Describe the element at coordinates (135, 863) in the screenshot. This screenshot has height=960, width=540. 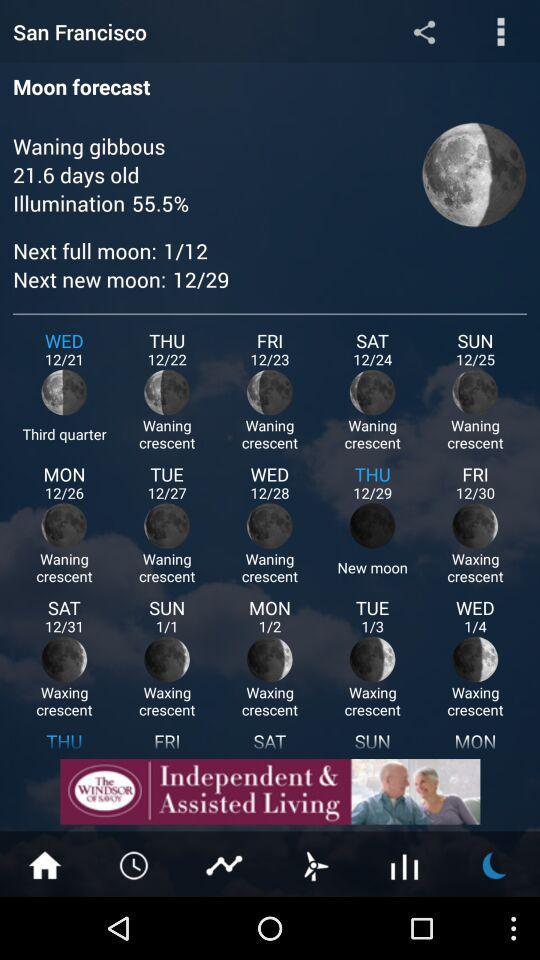
I see `an hour` at that location.